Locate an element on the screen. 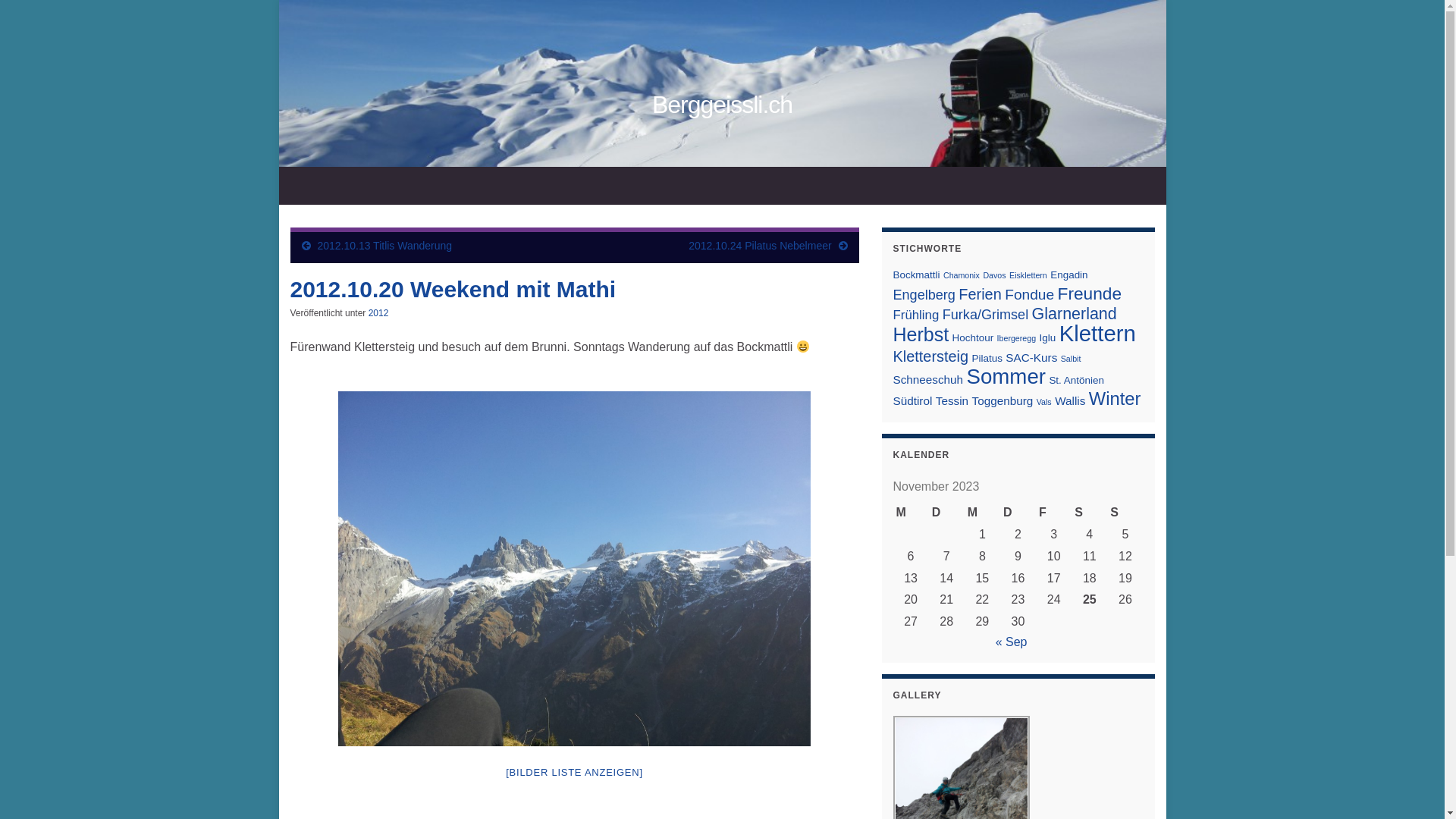 The height and width of the screenshot is (819, 1456). 'Berggeissli.ch' is located at coordinates (721, 104).